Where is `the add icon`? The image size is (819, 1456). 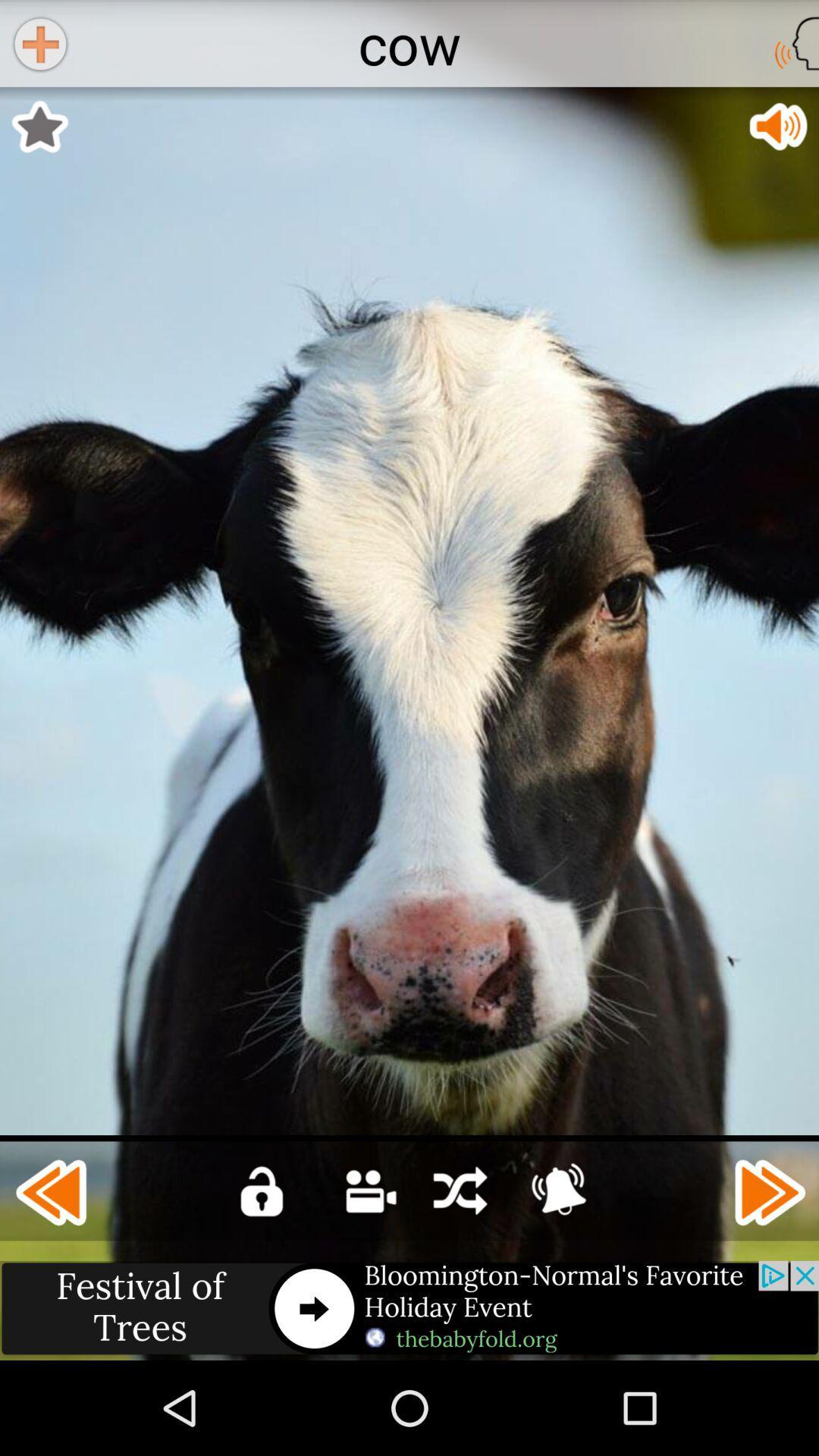
the add icon is located at coordinates (39, 46).